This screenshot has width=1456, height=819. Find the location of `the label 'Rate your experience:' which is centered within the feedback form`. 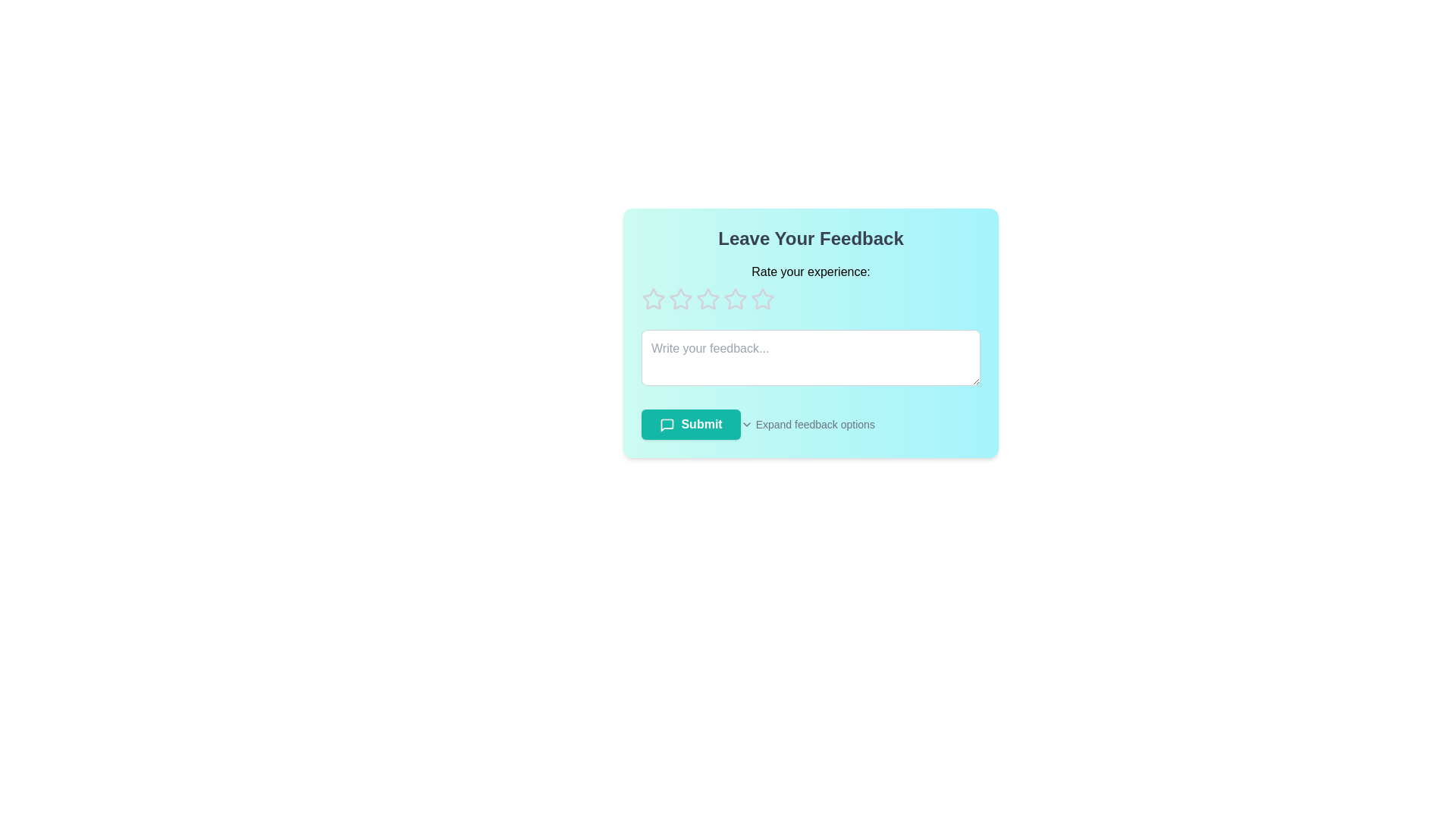

the label 'Rate your experience:' which is centered within the feedback form is located at coordinates (810, 271).